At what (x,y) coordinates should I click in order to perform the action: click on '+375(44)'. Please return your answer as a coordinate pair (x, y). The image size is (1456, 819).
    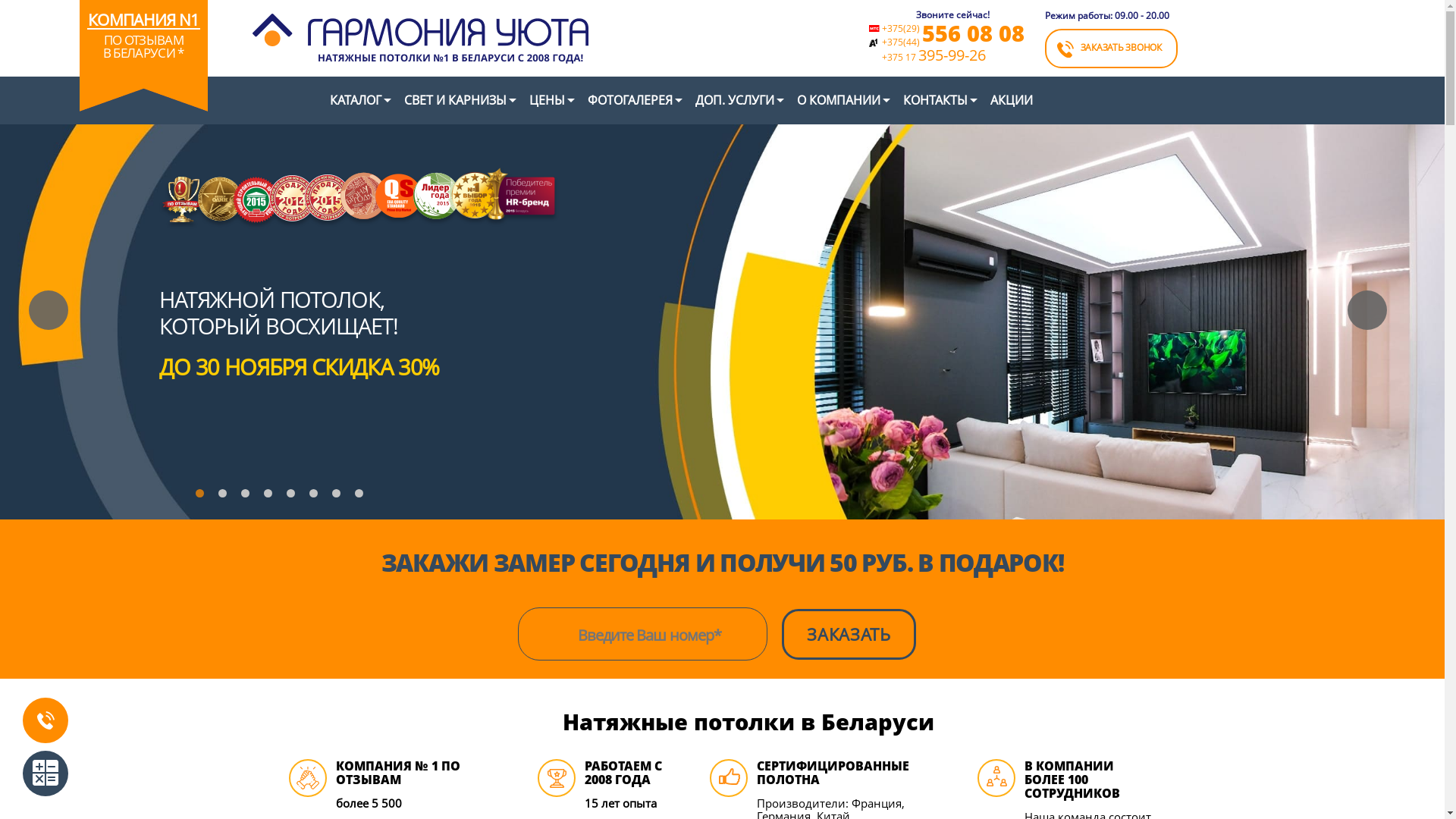
    Looking at the image, I should click on (899, 40).